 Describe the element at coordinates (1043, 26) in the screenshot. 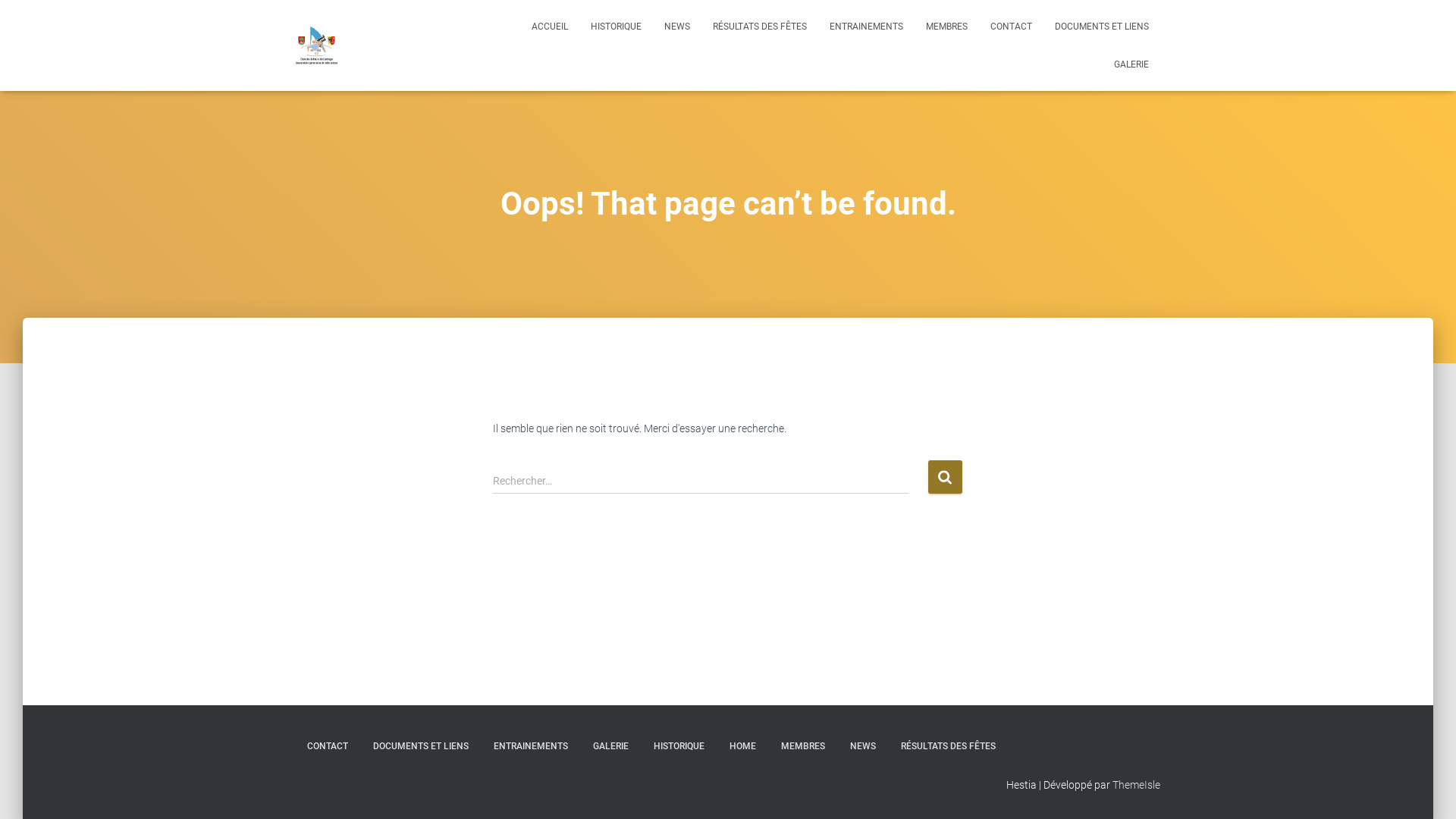

I see `'DOCUMENTS ET LIENS'` at that location.